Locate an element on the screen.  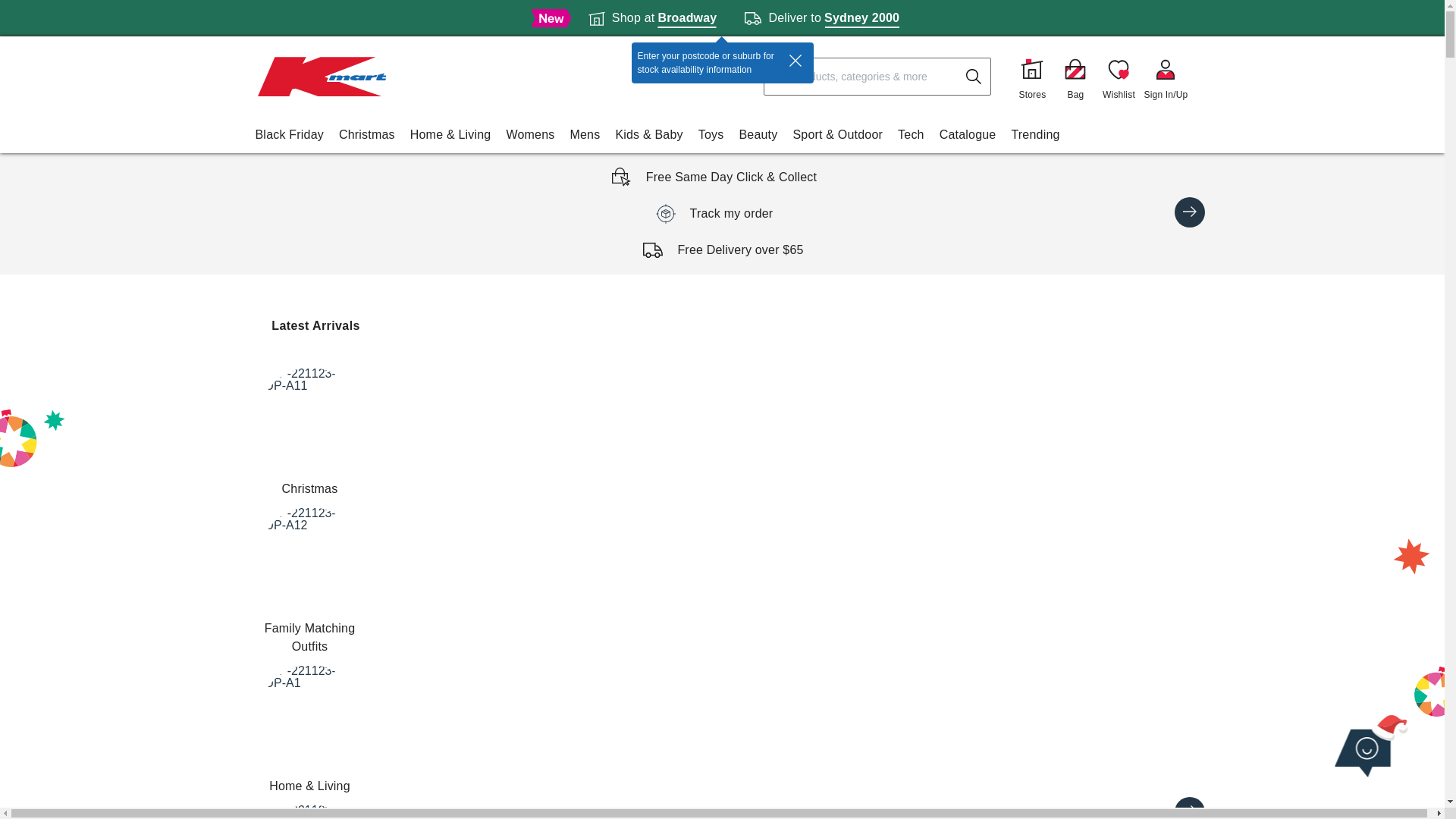
'Womens' is located at coordinates (530, 133).